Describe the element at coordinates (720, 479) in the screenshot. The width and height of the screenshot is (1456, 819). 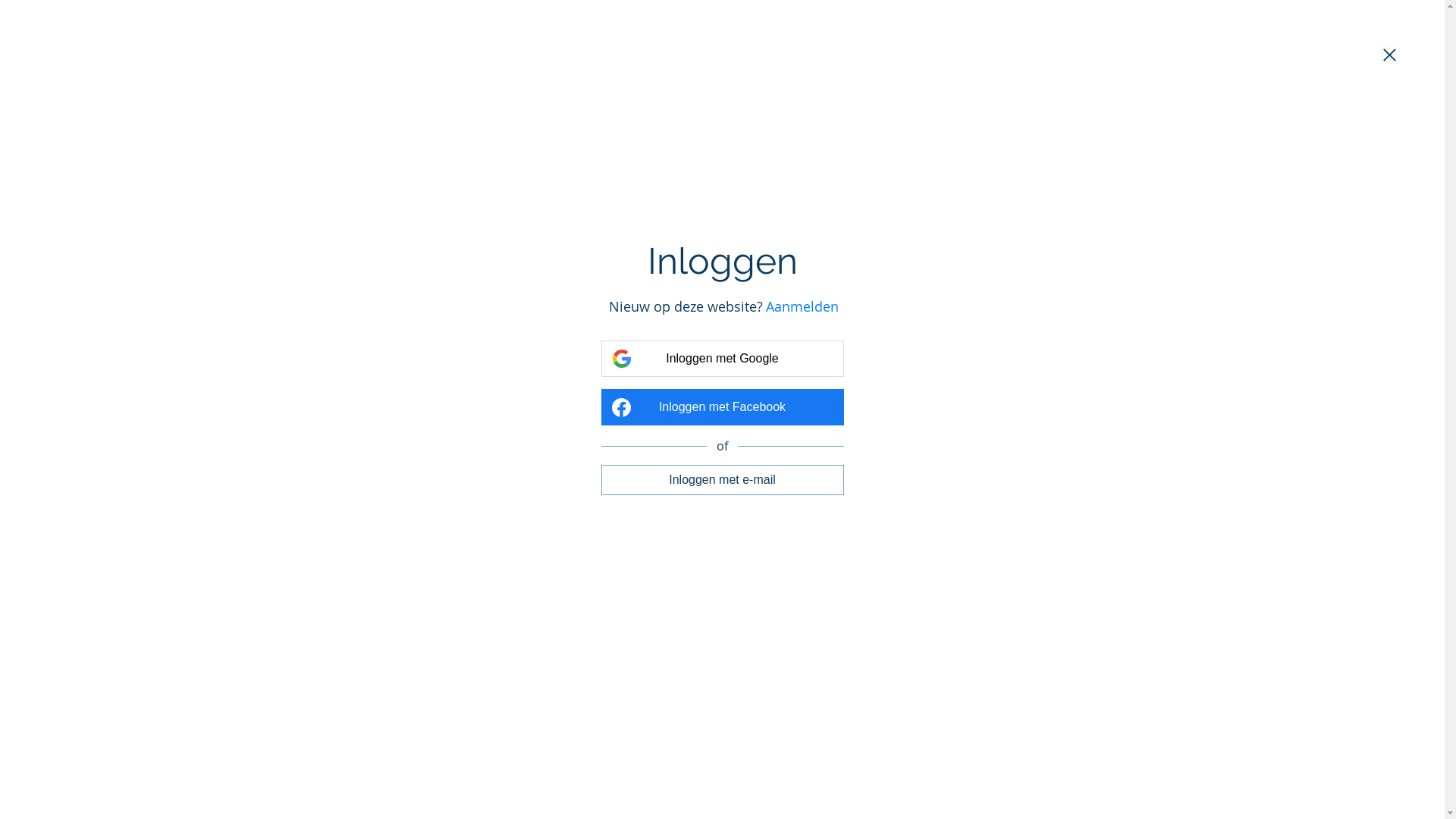
I see `'Inloggen met e-mail'` at that location.